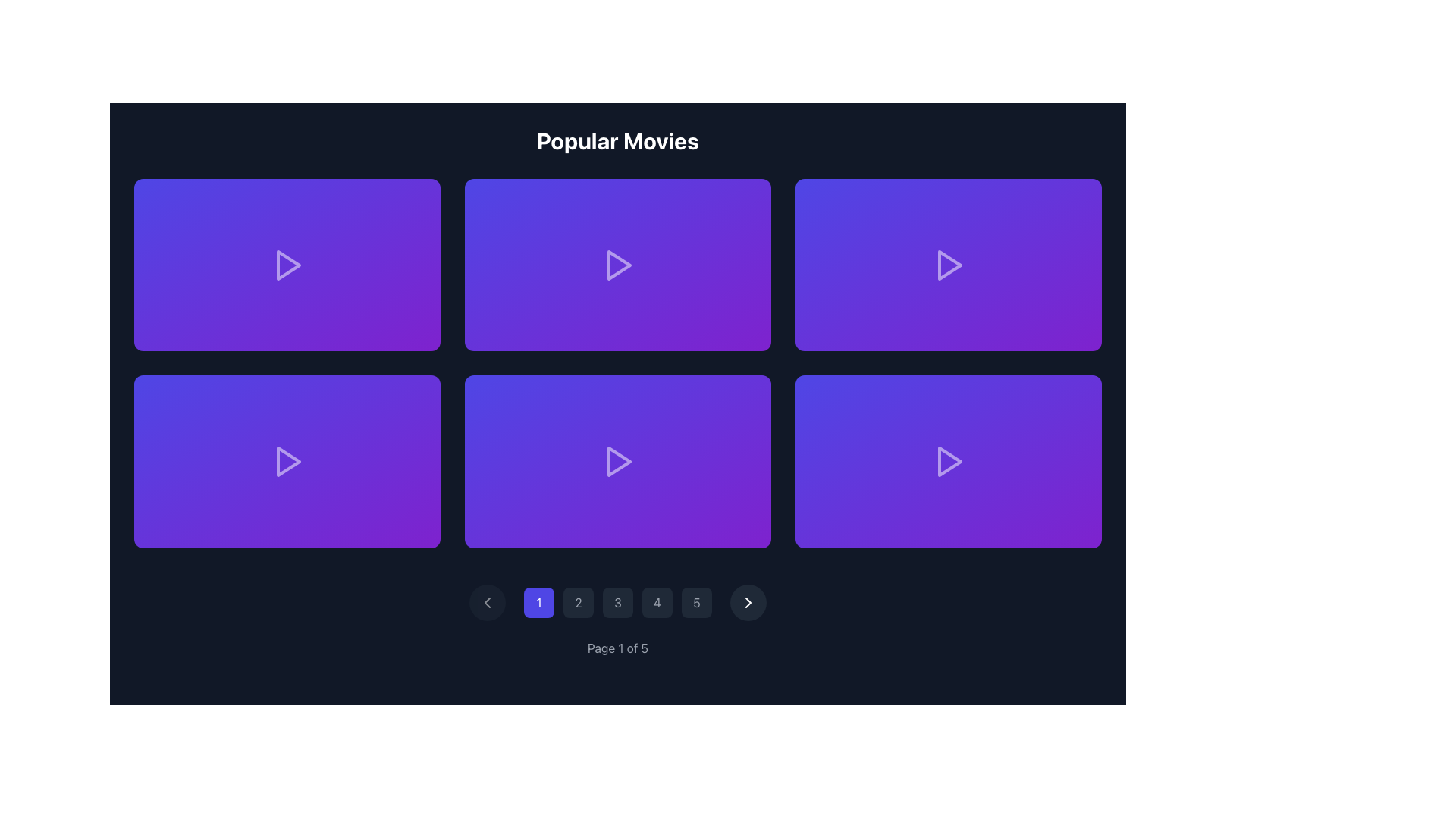 The width and height of the screenshot is (1456, 819). I want to click on the circular button labeled with the number '2' in a dark gray background, so click(578, 601).